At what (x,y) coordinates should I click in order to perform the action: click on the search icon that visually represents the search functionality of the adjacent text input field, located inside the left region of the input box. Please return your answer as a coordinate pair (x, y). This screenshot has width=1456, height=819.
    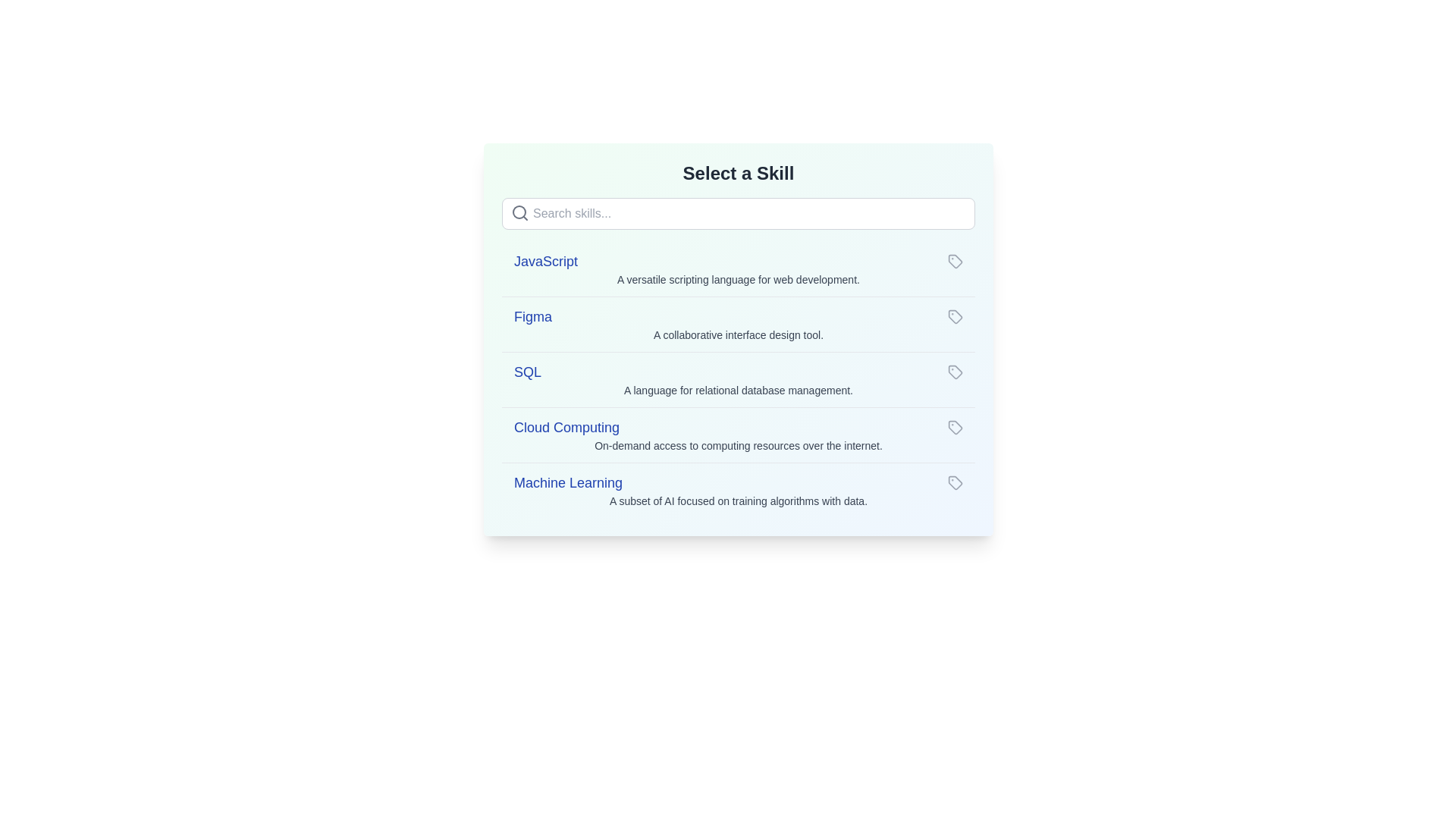
    Looking at the image, I should click on (520, 213).